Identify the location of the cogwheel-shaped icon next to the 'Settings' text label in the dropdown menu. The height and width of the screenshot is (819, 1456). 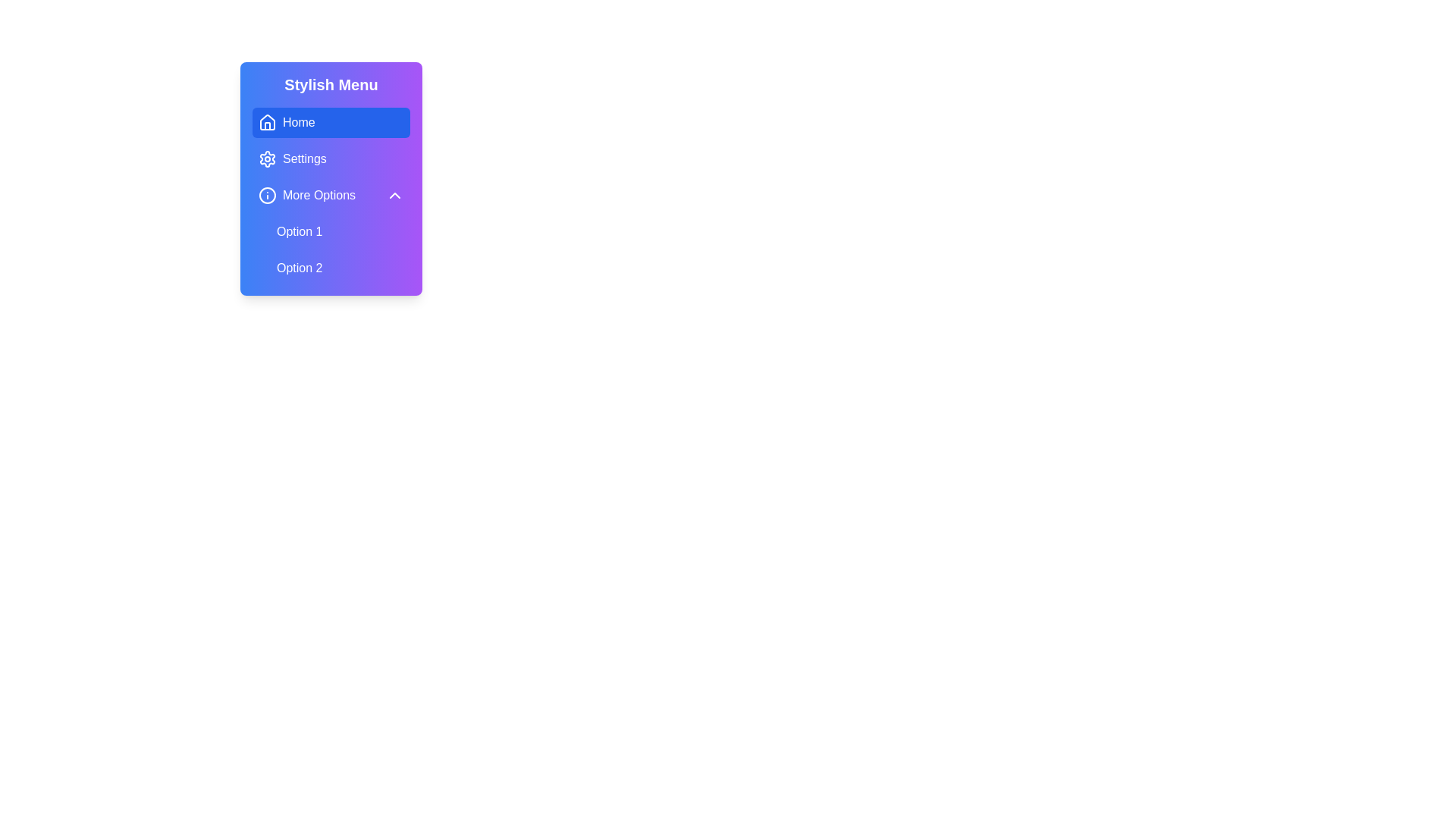
(268, 158).